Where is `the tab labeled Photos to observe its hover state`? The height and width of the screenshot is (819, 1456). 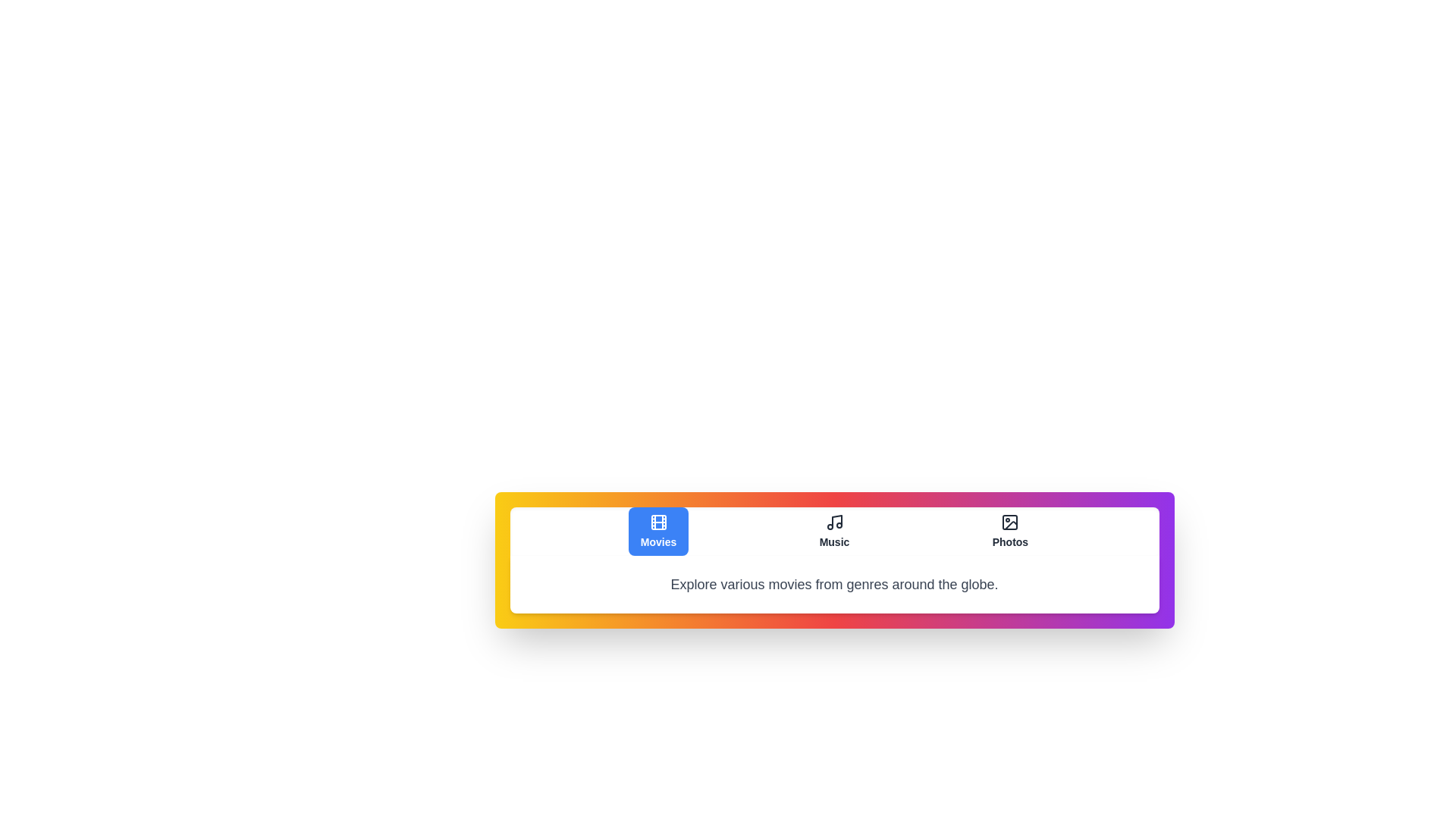 the tab labeled Photos to observe its hover state is located at coordinates (1010, 531).